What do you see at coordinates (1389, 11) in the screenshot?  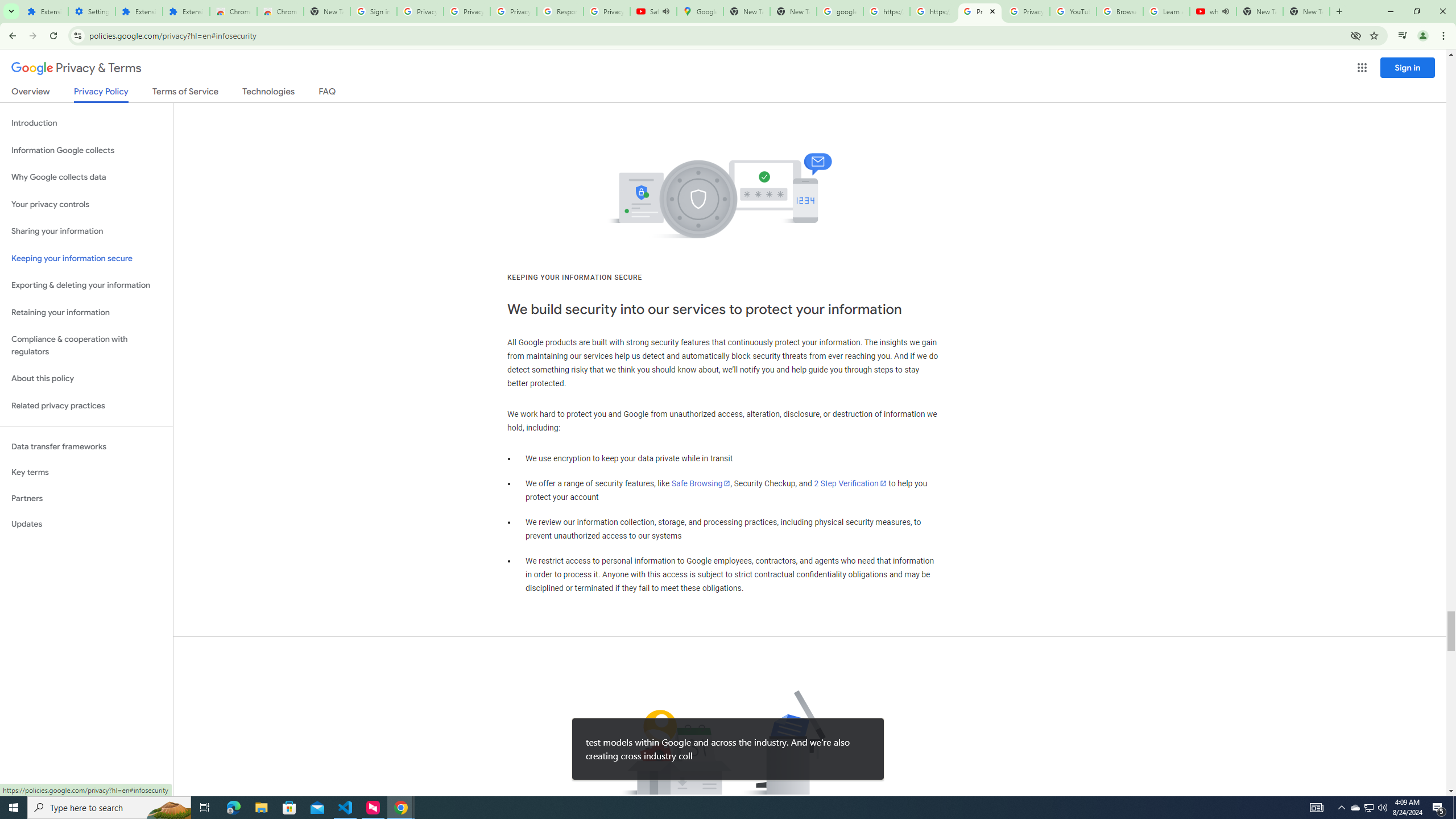 I see `'Minimize'` at bounding box center [1389, 11].